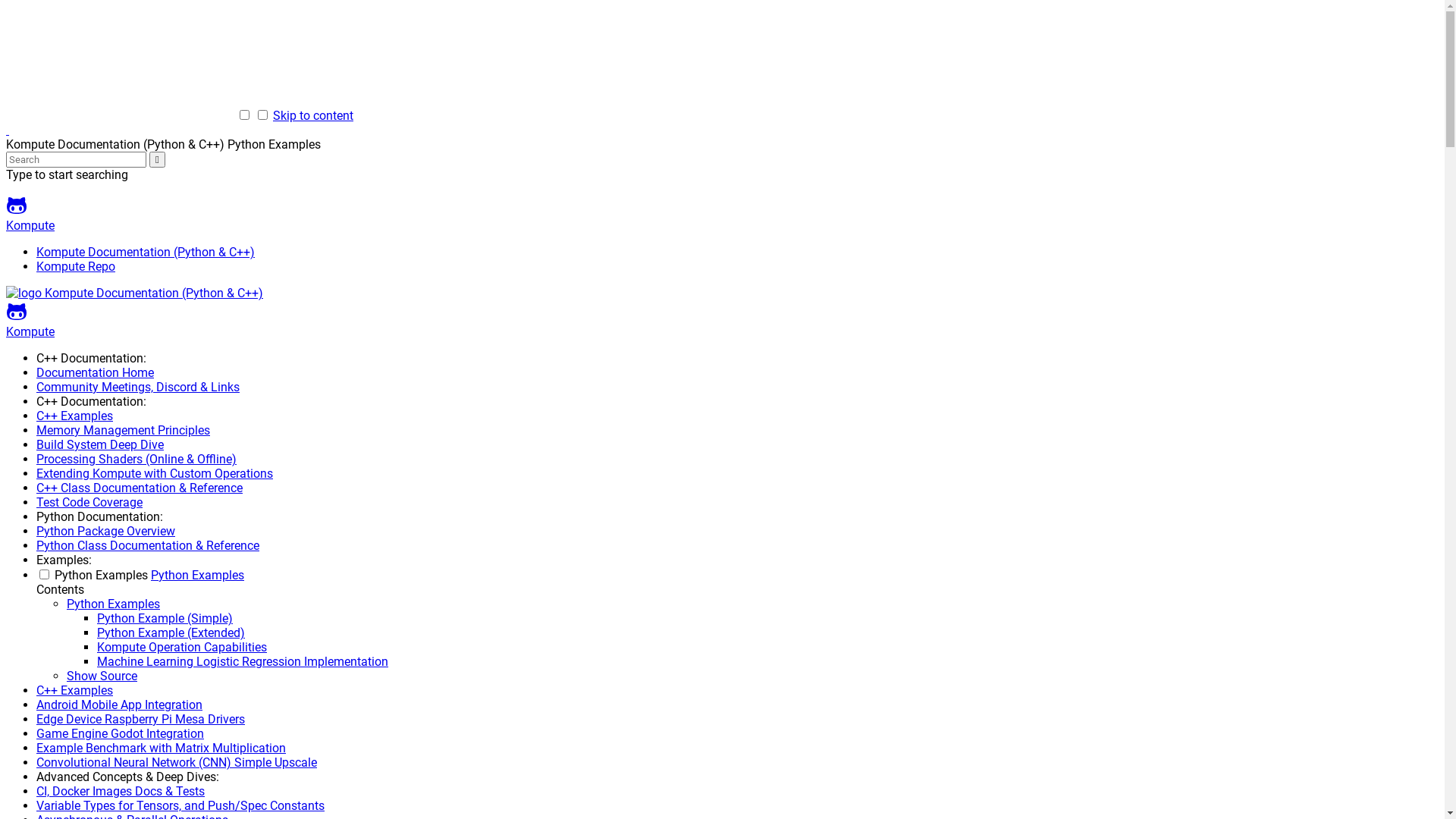 This screenshot has width=1456, height=819. Describe the element at coordinates (154, 472) in the screenshot. I see `'Extending Kompute with Custom Operations'` at that location.